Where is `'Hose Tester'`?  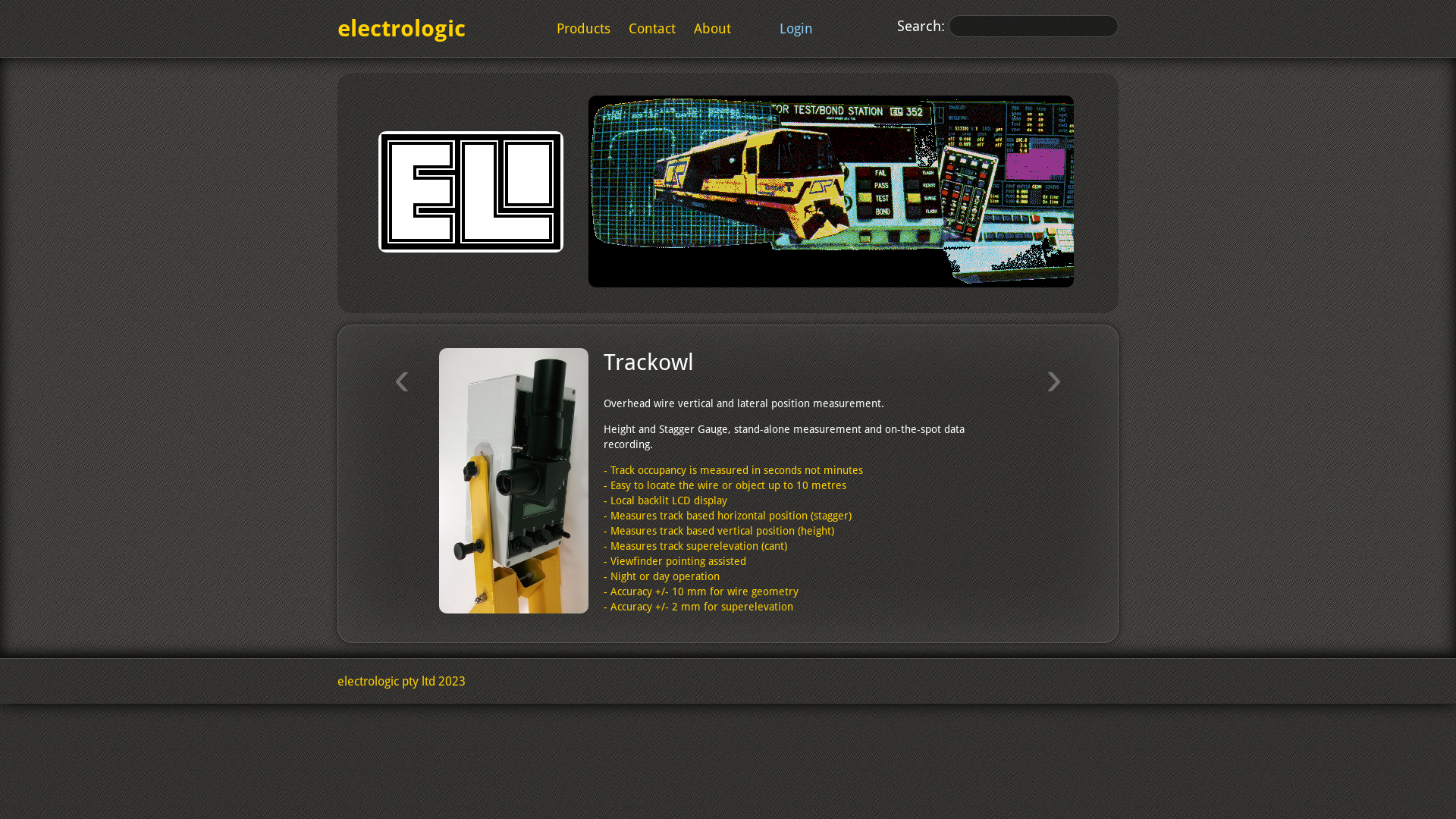
'Hose Tester' is located at coordinates (1316, 362).